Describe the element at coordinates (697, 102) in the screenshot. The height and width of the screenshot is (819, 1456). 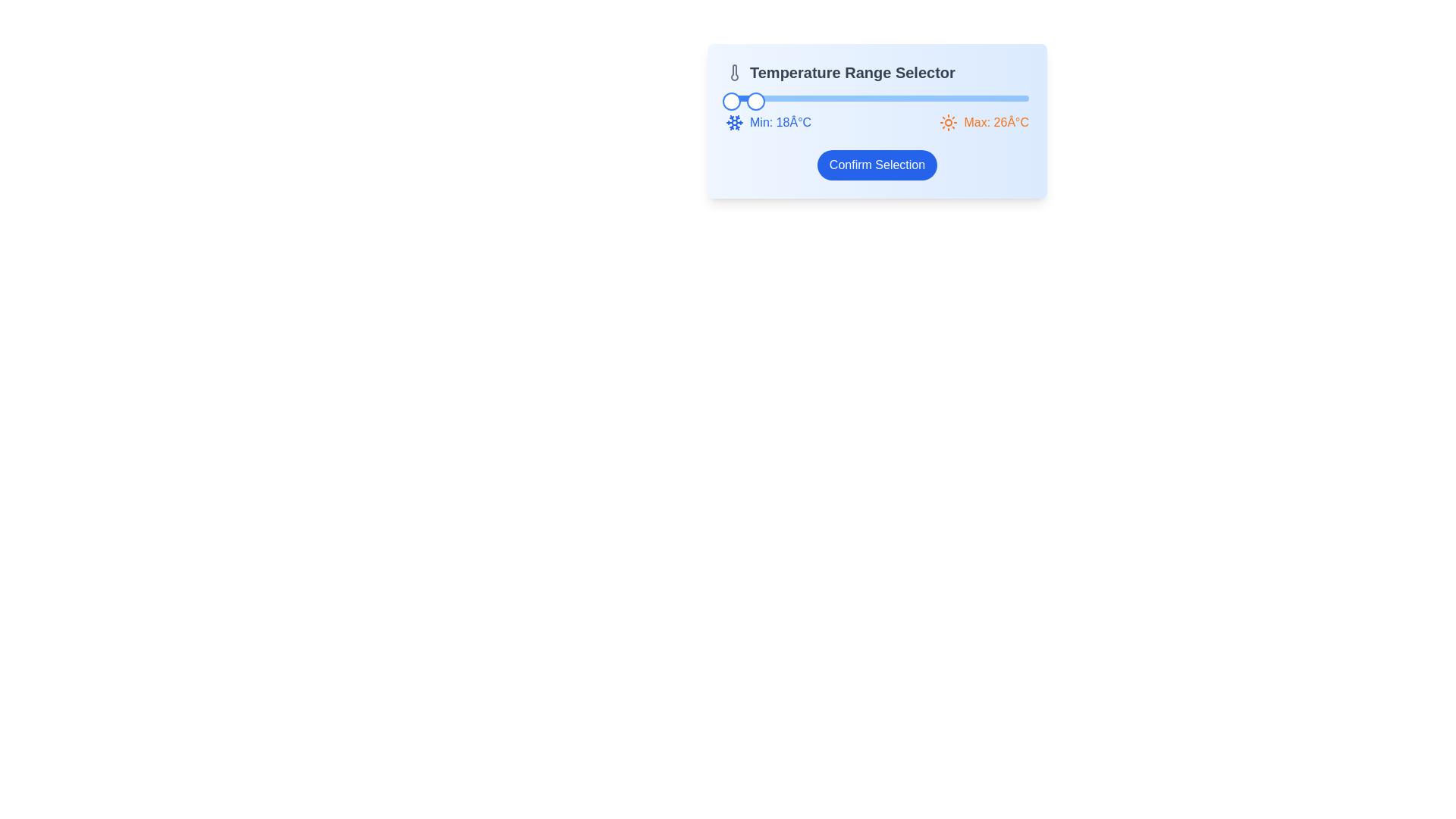
I see `the left slider knob` at that location.